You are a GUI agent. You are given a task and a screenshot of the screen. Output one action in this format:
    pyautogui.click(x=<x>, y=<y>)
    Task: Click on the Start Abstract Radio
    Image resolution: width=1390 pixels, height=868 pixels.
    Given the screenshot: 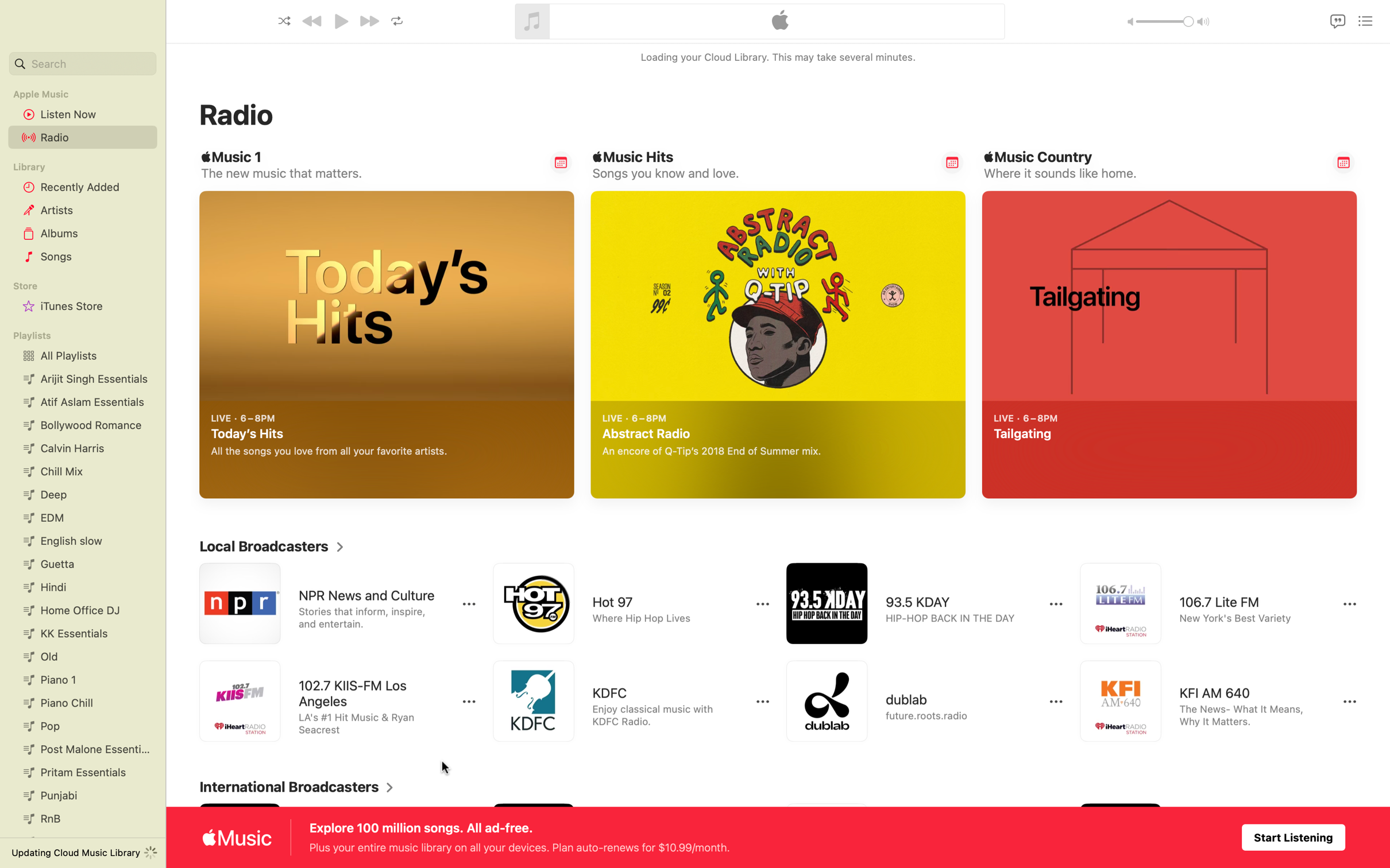 What is the action you would take?
    pyautogui.click(x=940, y=474)
    